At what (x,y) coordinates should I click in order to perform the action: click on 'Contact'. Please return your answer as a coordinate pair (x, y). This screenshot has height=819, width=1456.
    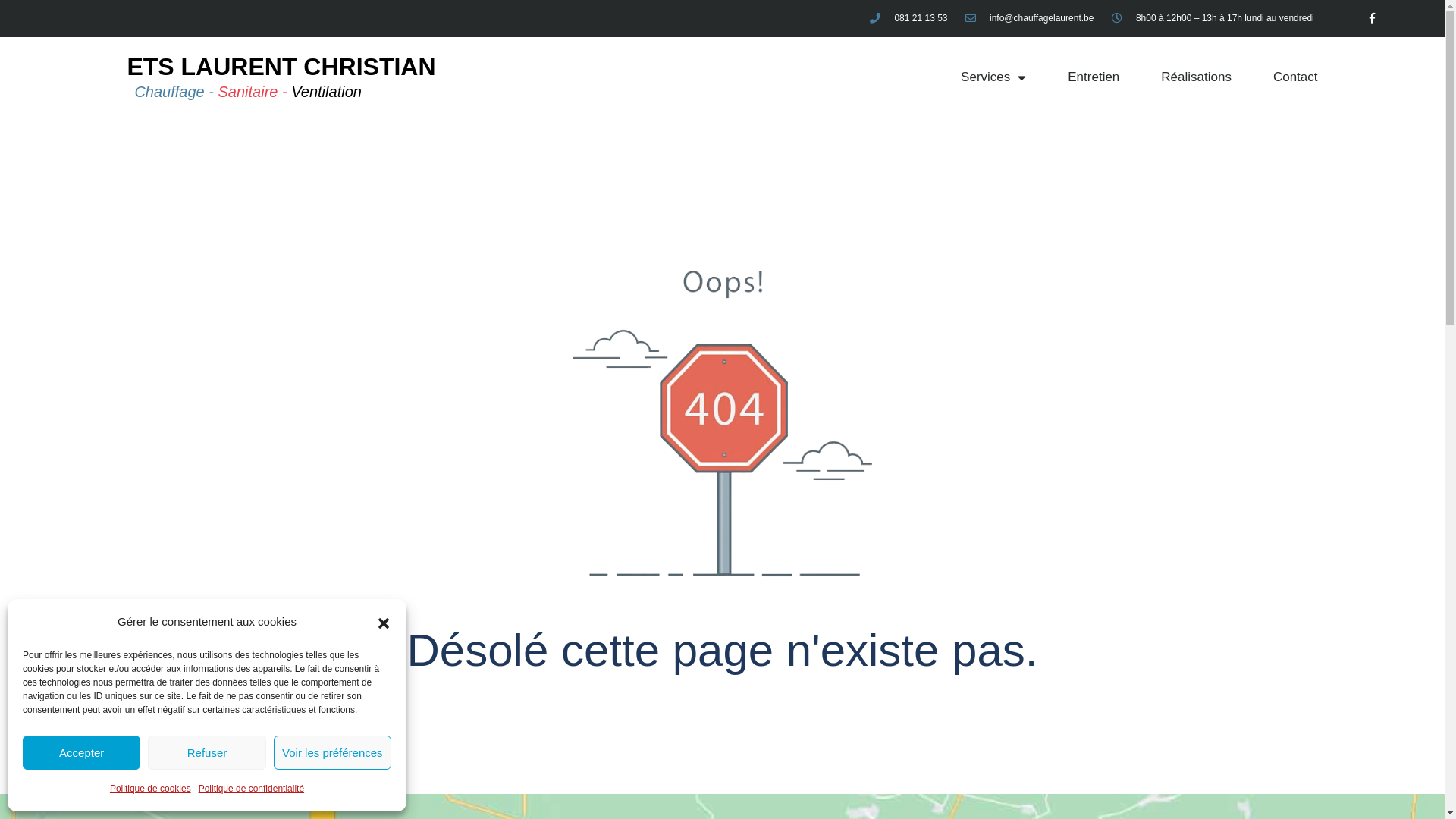
    Looking at the image, I should click on (1258, 77).